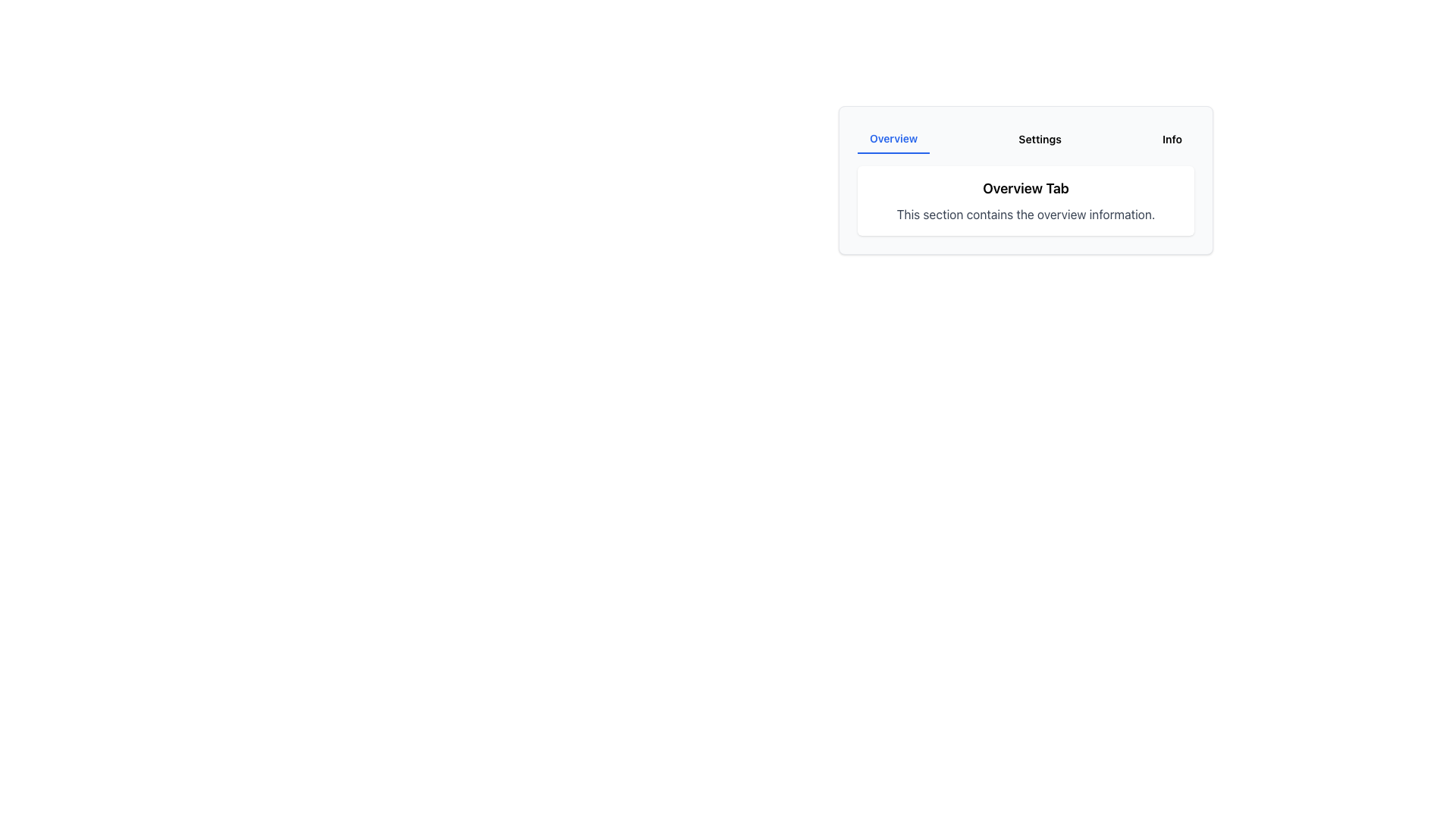 The height and width of the screenshot is (819, 1456). I want to click on displayed information in the Content Panel titled 'Overview Tab' which contains overview information and is located below the navigation bar, so click(1026, 180).